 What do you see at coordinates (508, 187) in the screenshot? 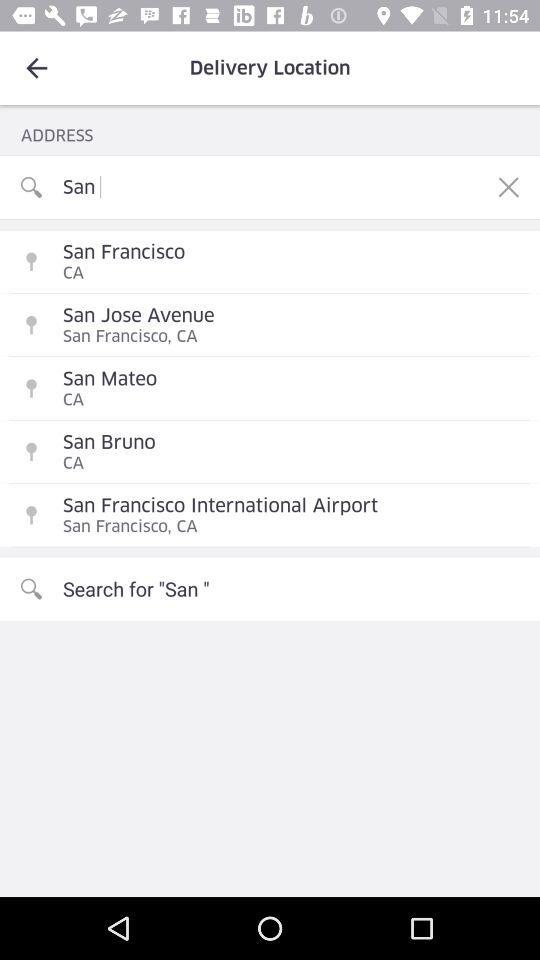
I see `the icon at the top right corner` at bounding box center [508, 187].